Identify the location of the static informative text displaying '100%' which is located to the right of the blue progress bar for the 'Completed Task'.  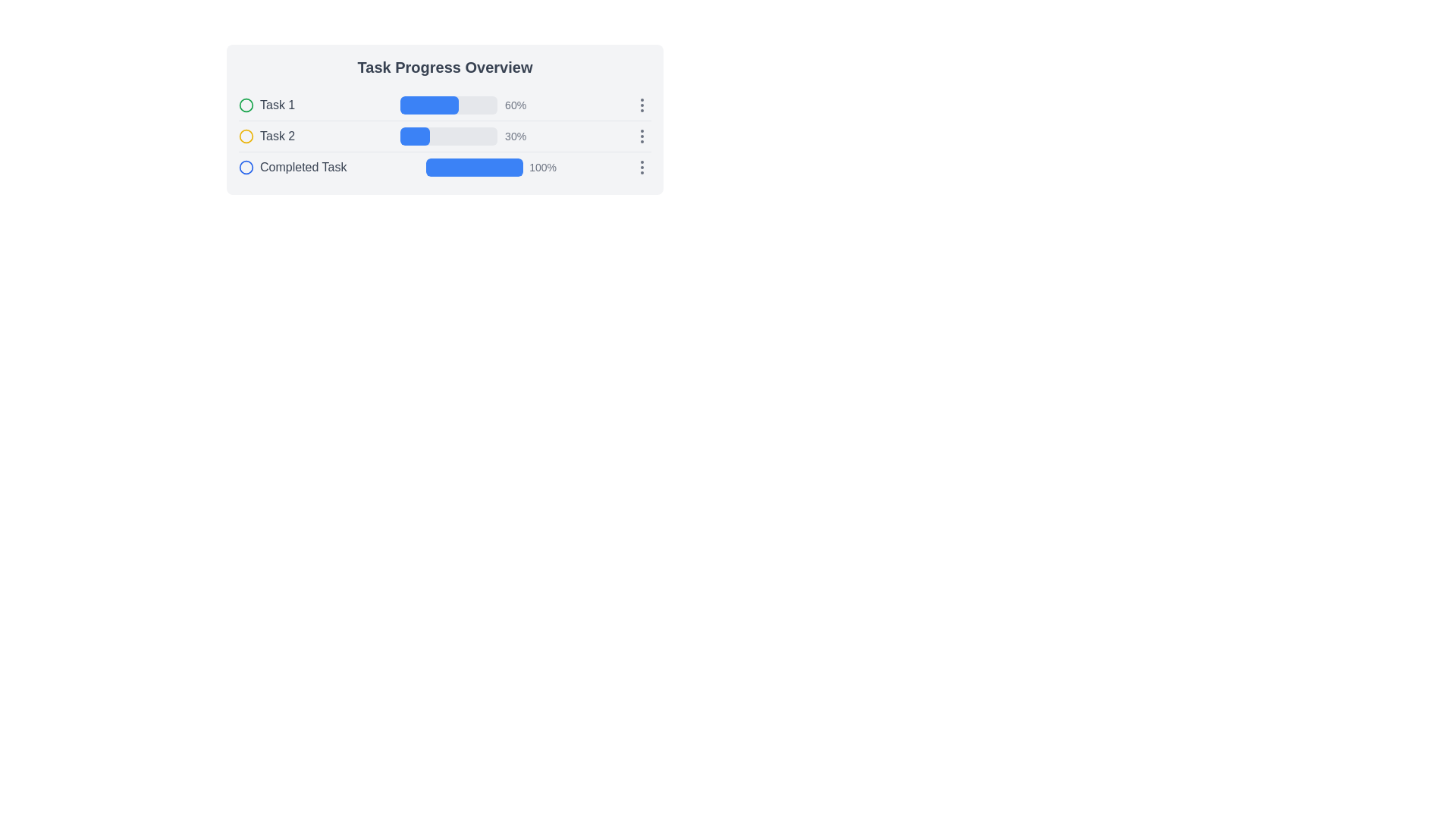
(541, 167).